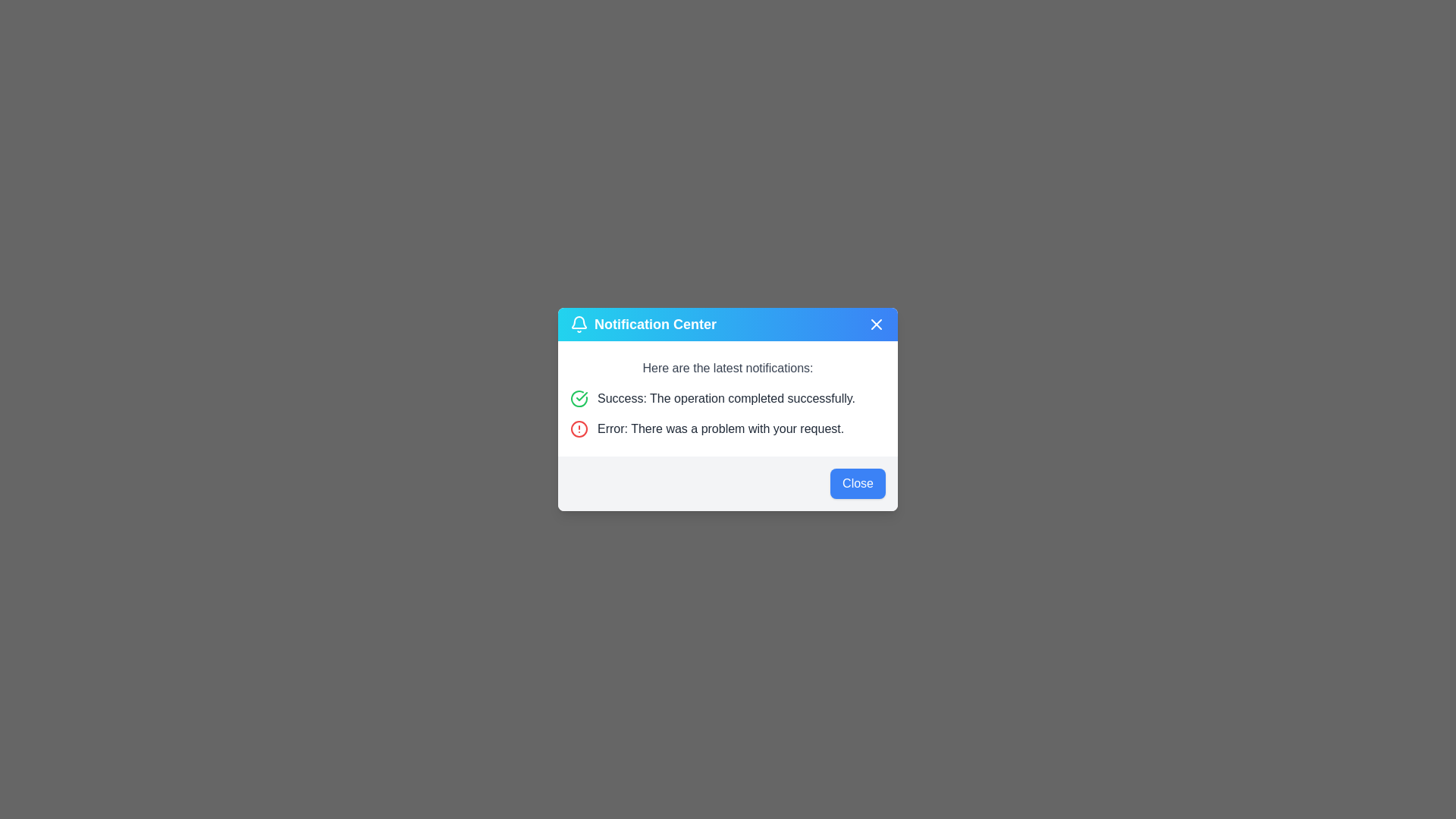 This screenshot has width=1456, height=819. What do you see at coordinates (877, 324) in the screenshot?
I see `the close button located in the top-right corner of the notification panel, which dismisses notifications` at bounding box center [877, 324].